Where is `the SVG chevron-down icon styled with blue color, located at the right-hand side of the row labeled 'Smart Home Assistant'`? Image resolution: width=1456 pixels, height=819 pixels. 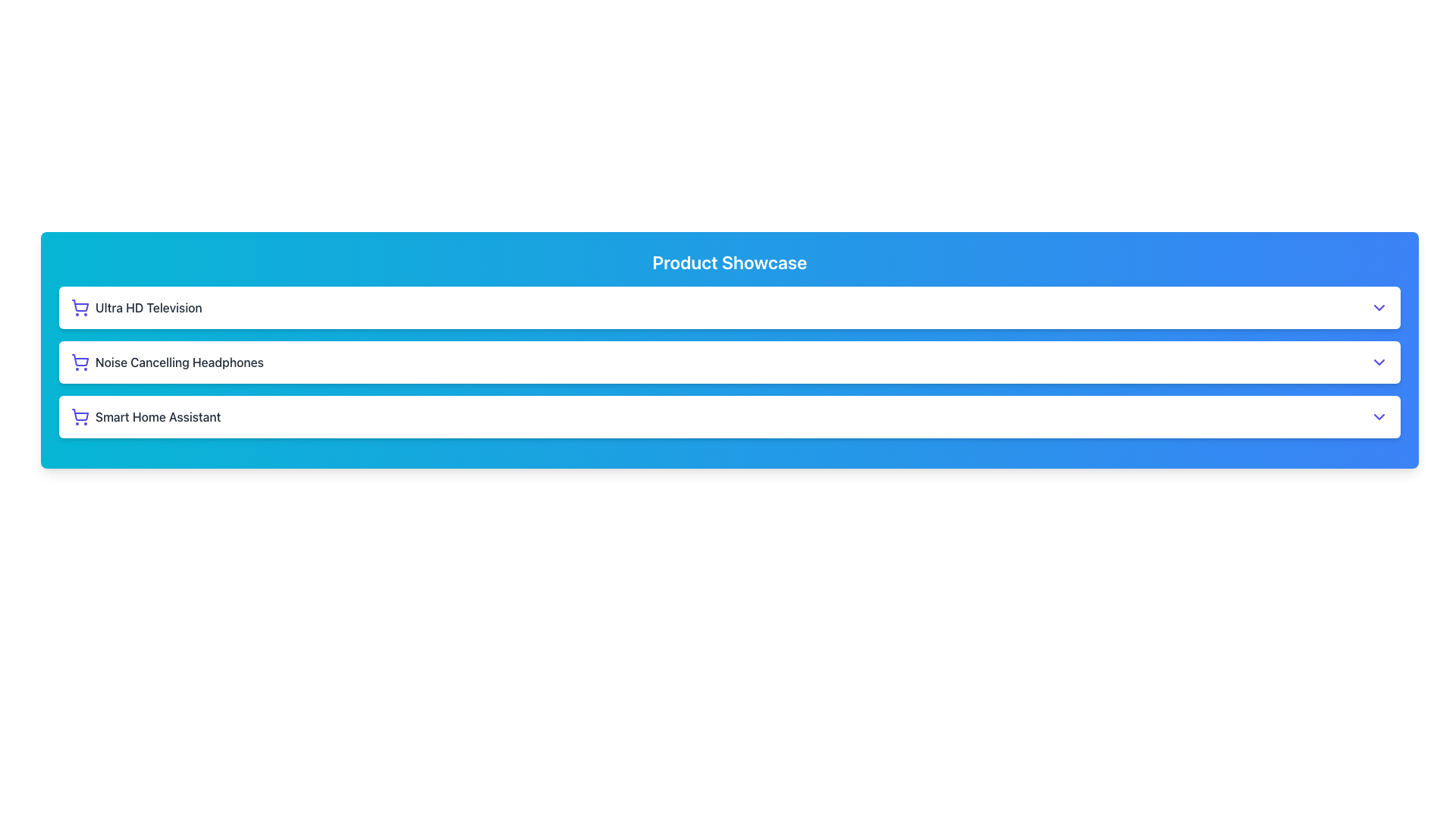 the SVG chevron-down icon styled with blue color, located at the right-hand side of the row labeled 'Smart Home Assistant' is located at coordinates (1379, 417).